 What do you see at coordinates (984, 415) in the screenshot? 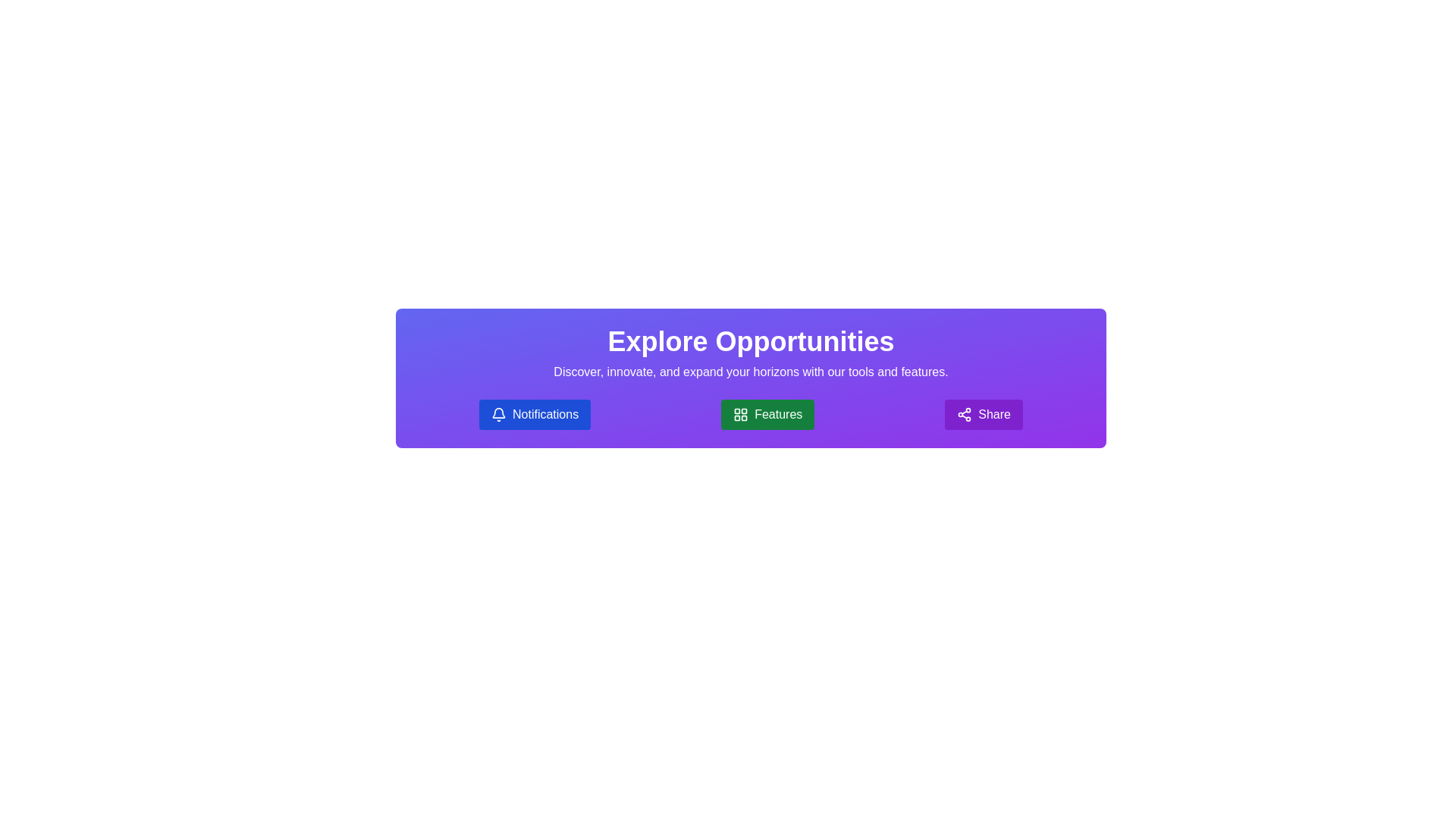
I see `the third button in a horizontal group of three buttons, which enables sharing functionalities` at bounding box center [984, 415].